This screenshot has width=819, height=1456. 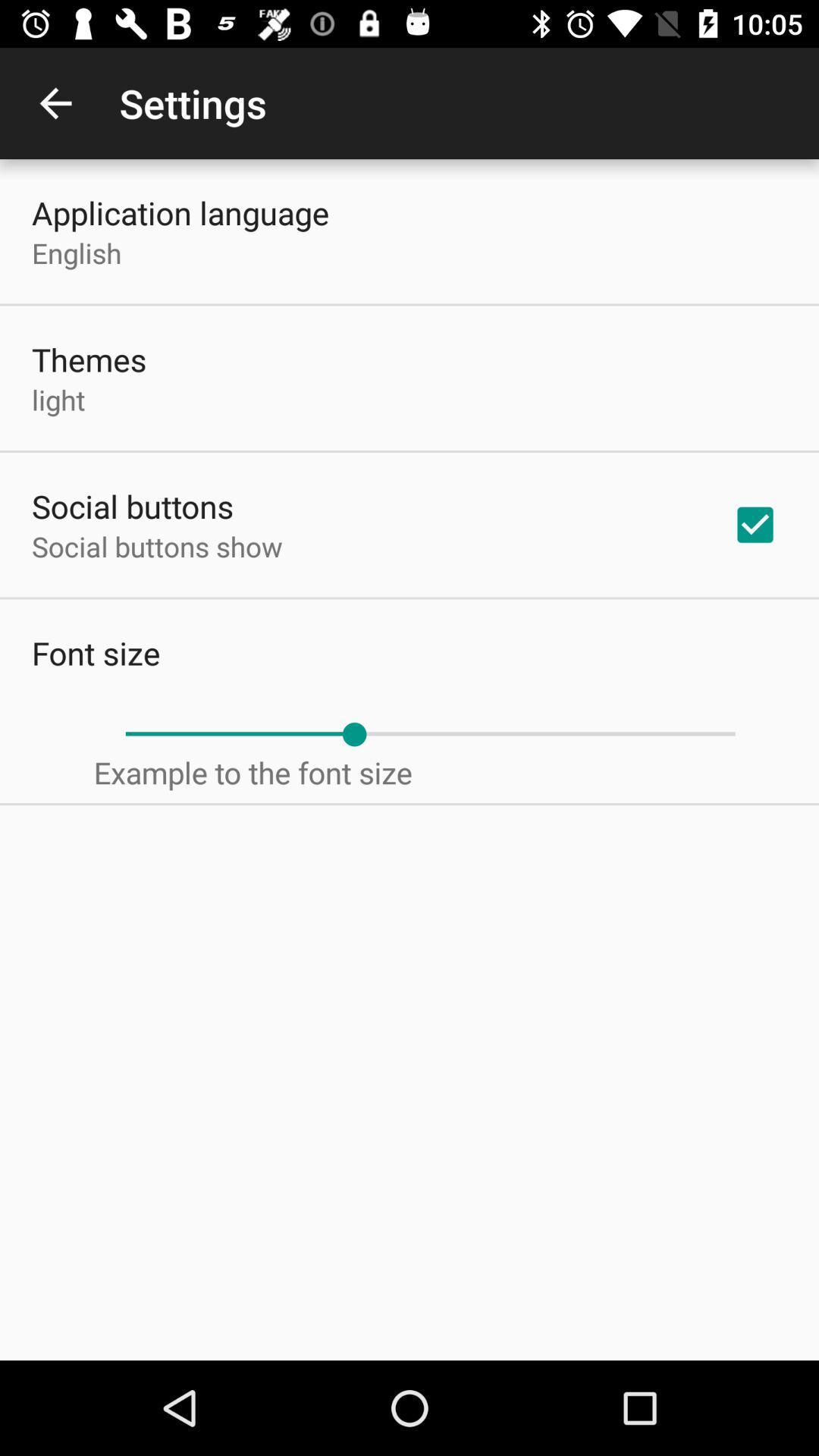 I want to click on icon below the english item, so click(x=89, y=359).